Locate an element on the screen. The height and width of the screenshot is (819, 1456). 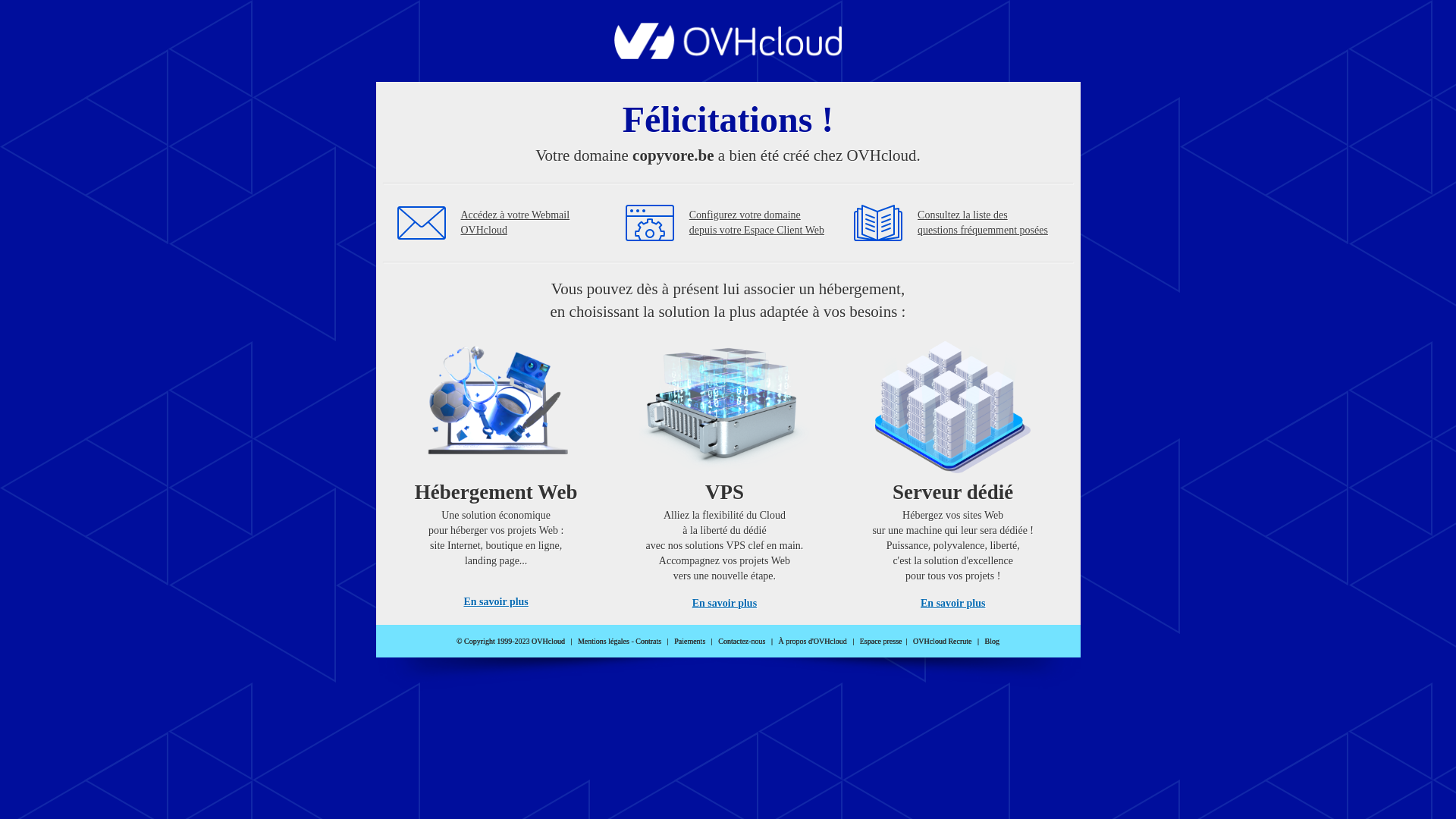
'En savoir plus' is located at coordinates (723, 602).